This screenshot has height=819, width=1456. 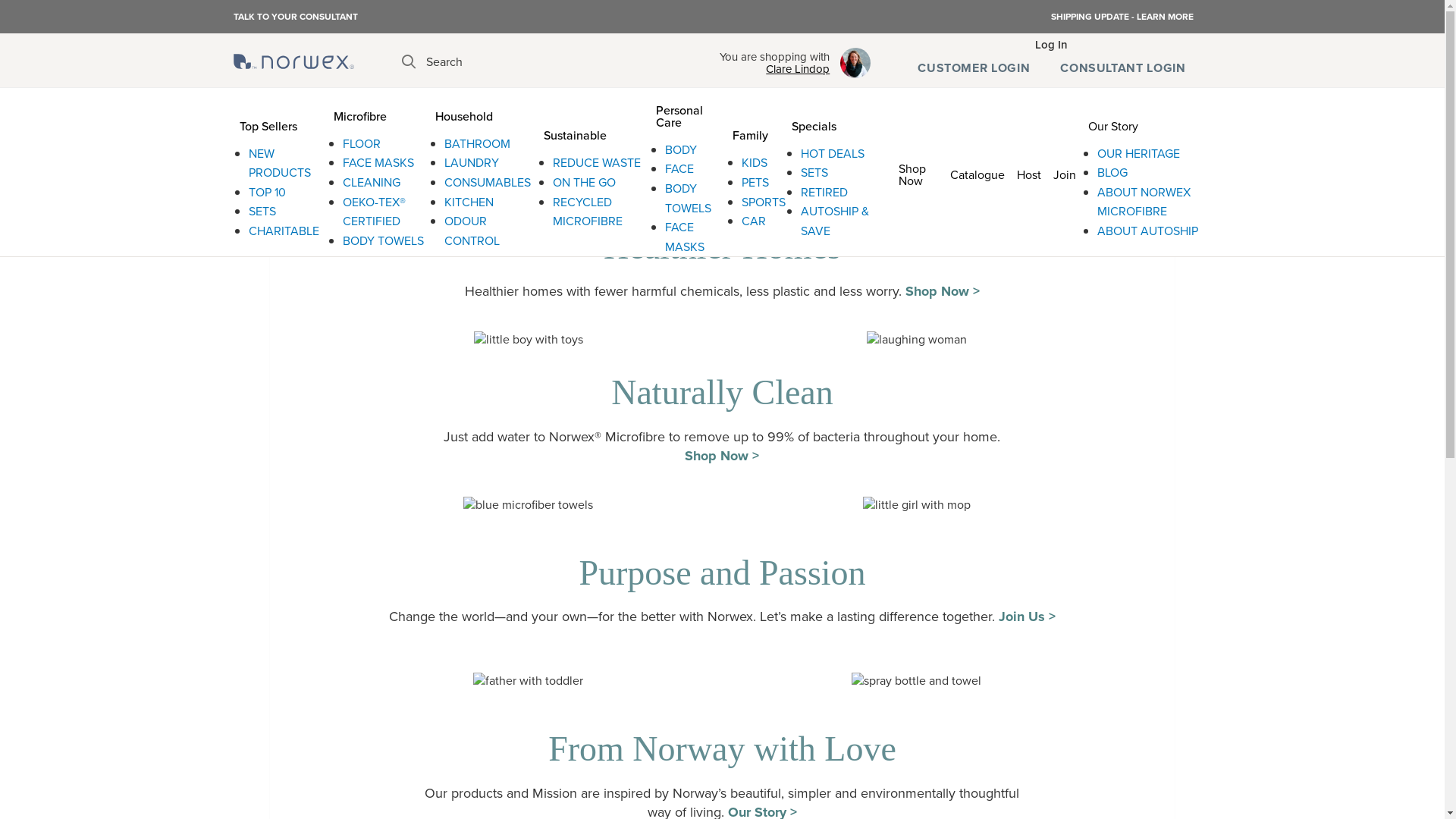 I want to click on 'Shop Now >', so click(x=720, y=455).